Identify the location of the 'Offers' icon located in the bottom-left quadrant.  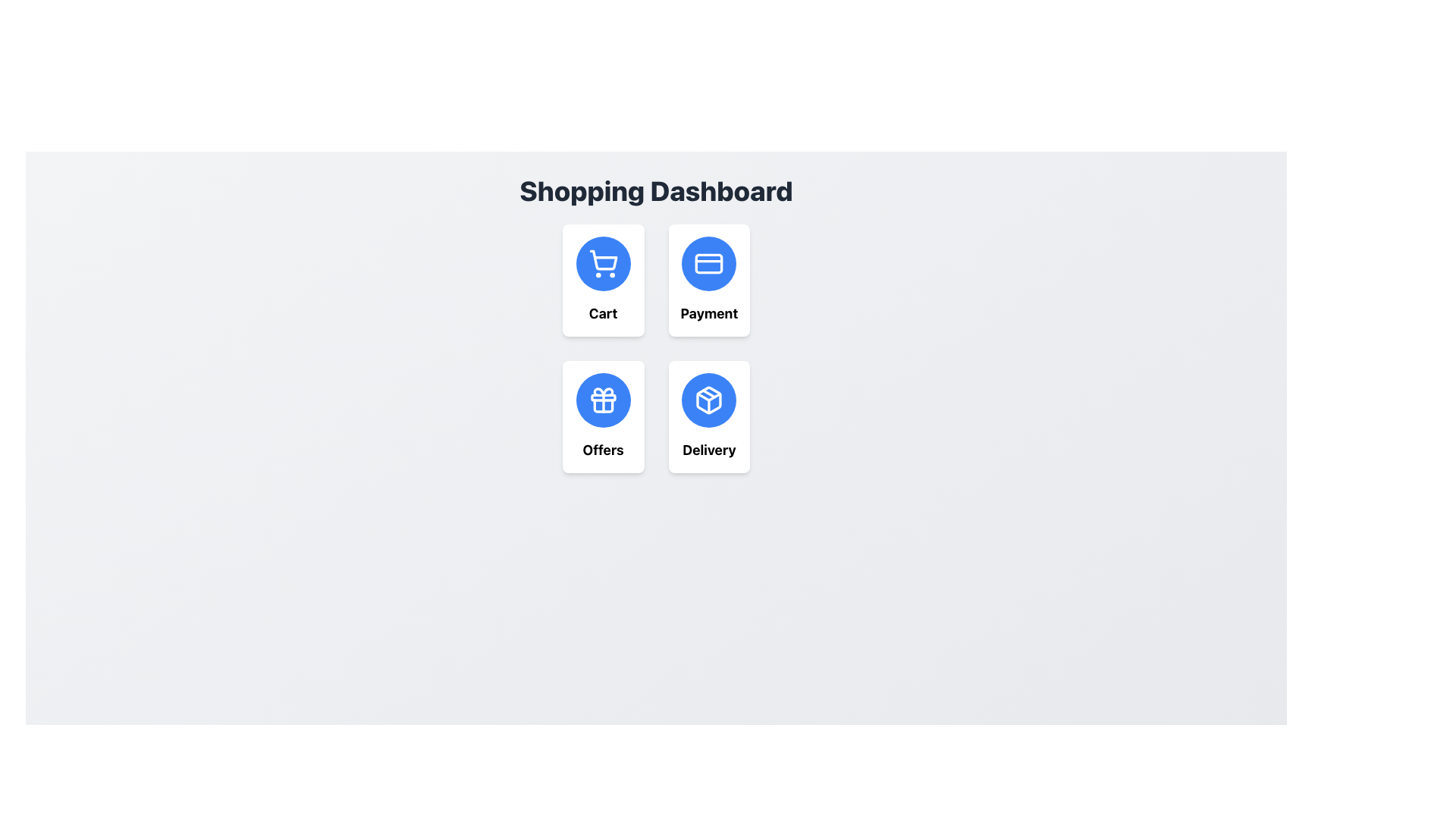
(602, 400).